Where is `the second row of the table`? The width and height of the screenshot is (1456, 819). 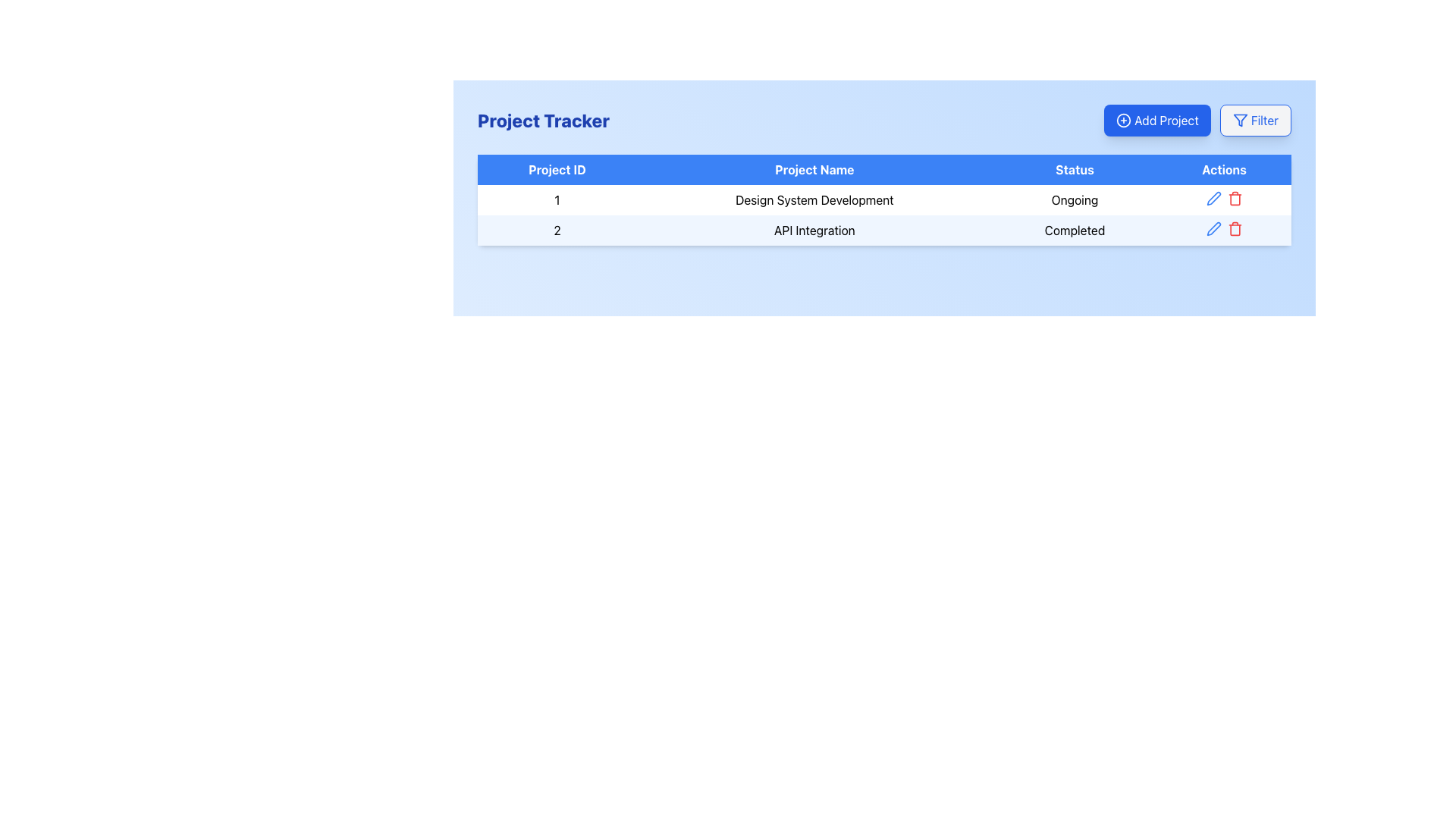
the second row of the table is located at coordinates (884, 231).